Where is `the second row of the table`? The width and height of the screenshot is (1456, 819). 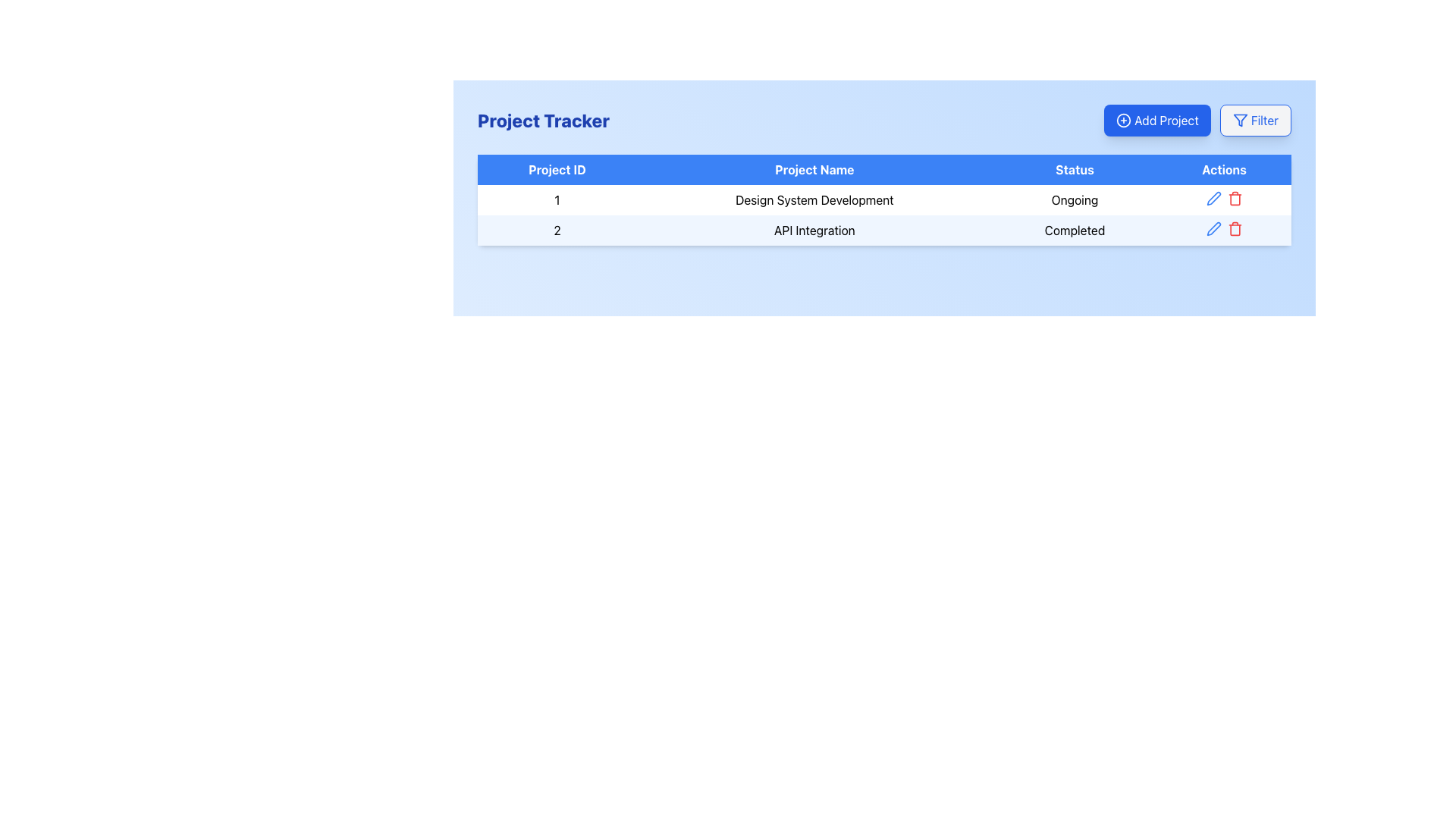
the second row of the table is located at coordinates (884, 231).